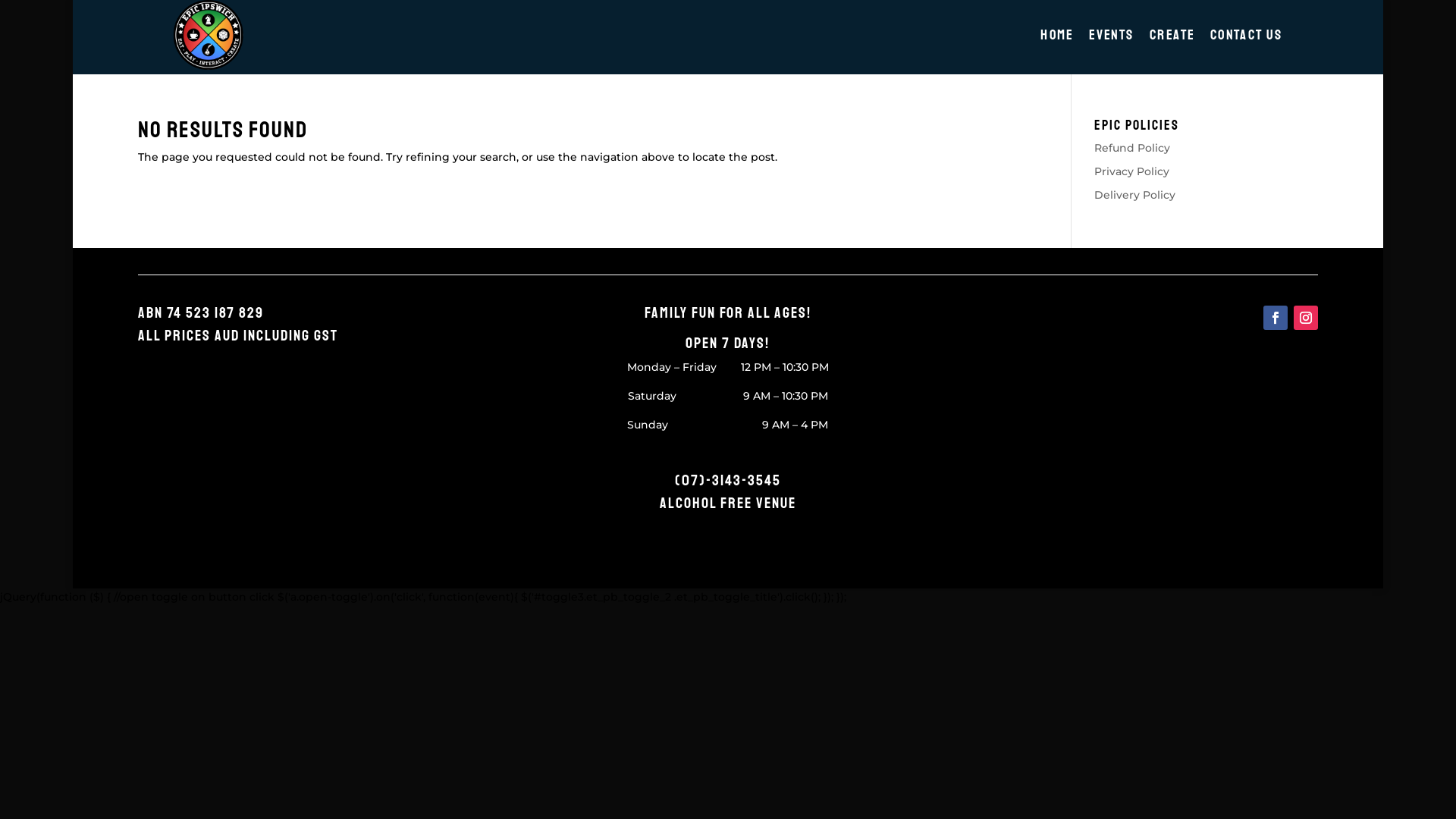 Image resolution: width=1456 pixels, height=819 pixels. I want to click on 'Home', so click(1057, 36).